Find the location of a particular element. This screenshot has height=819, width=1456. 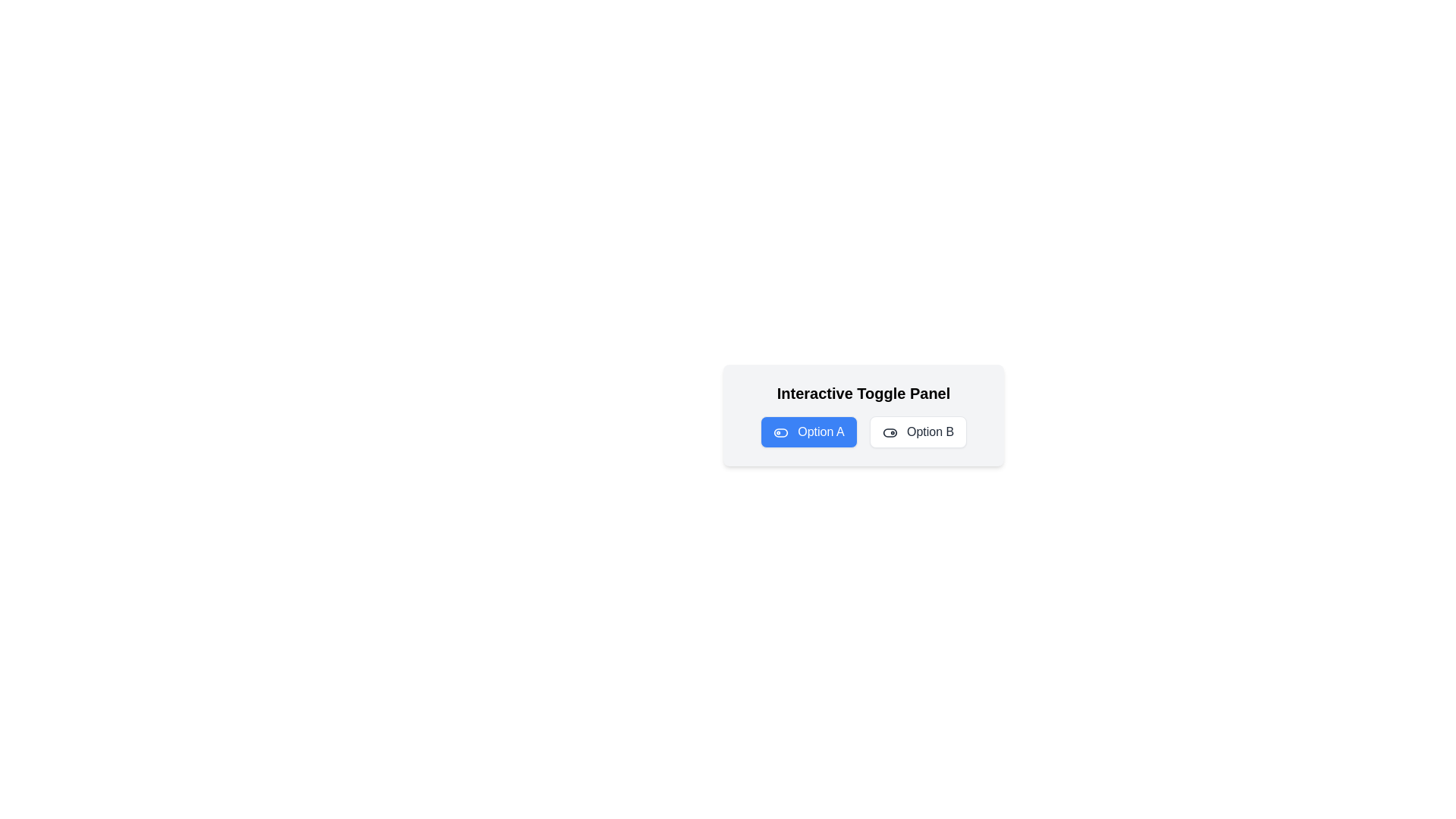

the rectangular button labeled 'Option B' with a white background and gray text is located at coordinates (917, 432).